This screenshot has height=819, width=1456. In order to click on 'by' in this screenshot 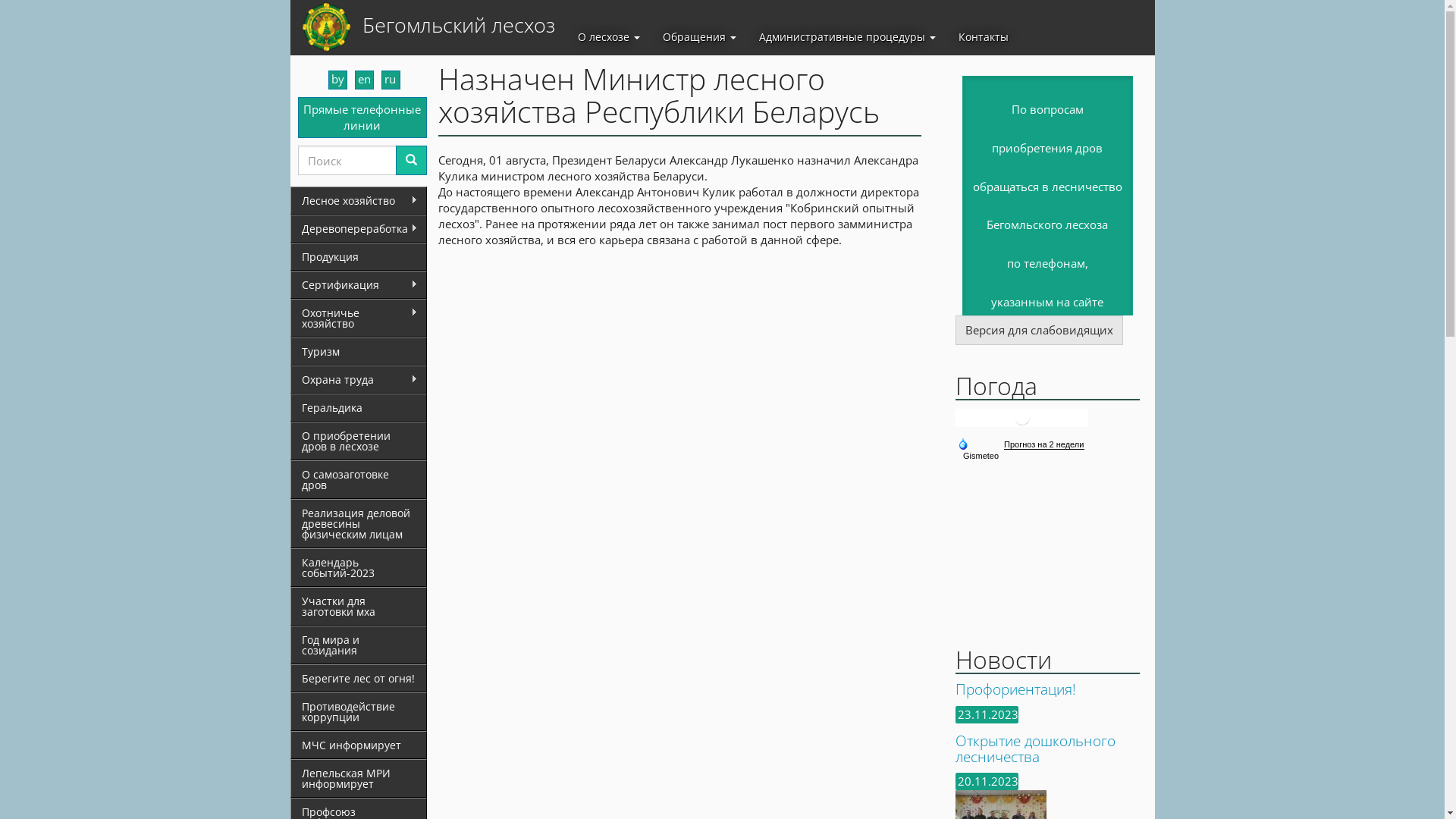, I will do `click(336, 79)`.